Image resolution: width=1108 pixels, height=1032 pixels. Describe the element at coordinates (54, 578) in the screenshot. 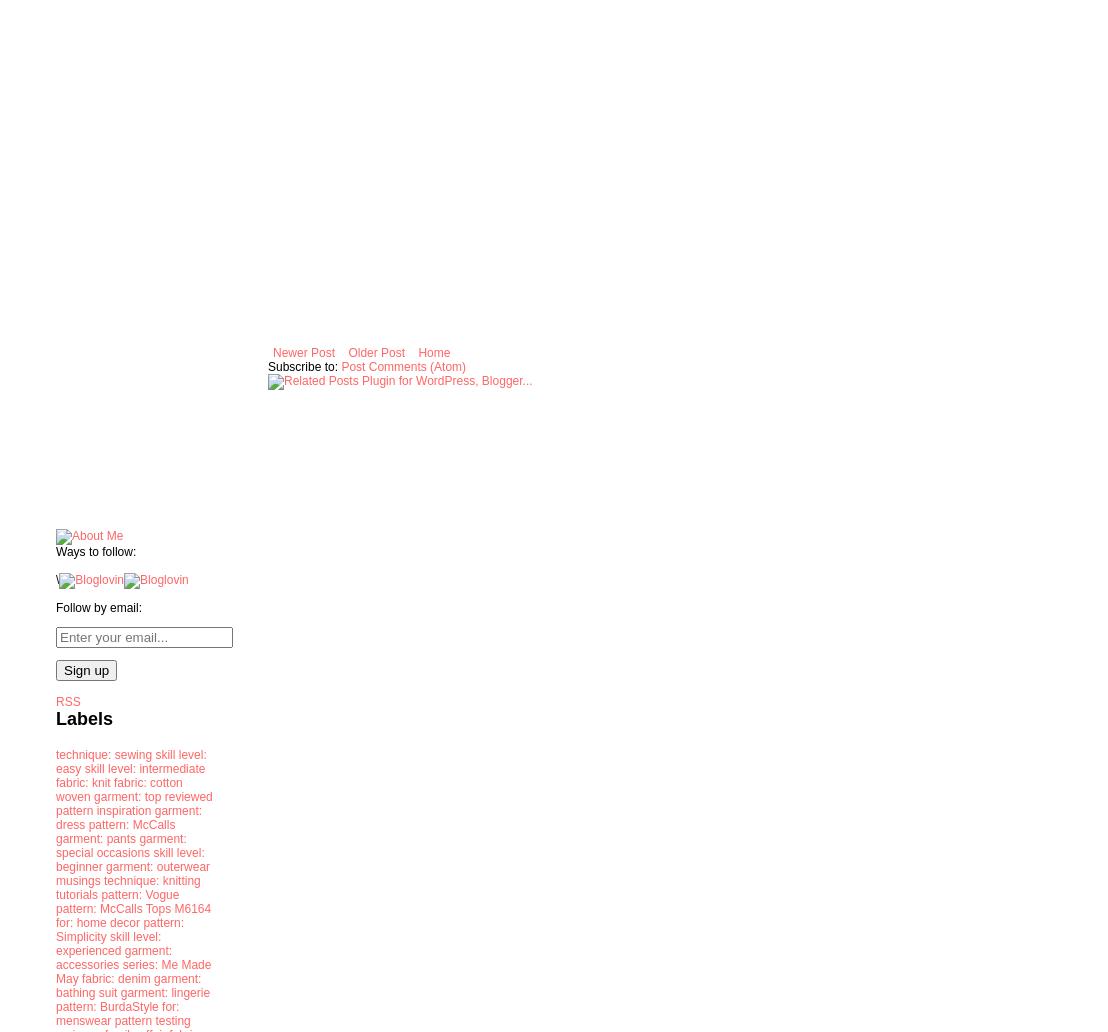

I see `'\'` at that location.